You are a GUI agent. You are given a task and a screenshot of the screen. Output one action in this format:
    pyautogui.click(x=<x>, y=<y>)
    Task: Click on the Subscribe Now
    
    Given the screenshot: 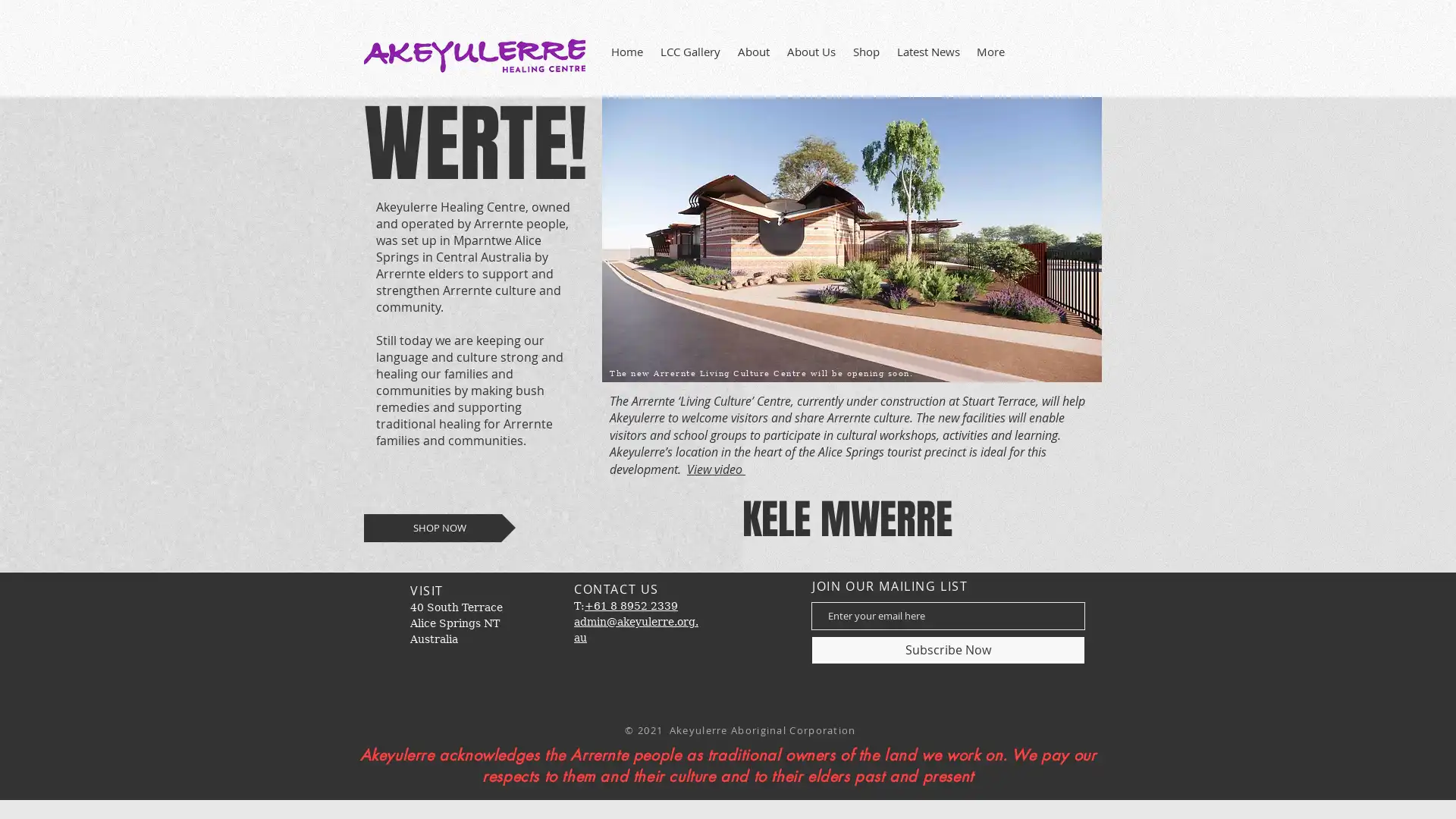 What is the action you would take?
    pyautogui.click(x=947, y=648)
    